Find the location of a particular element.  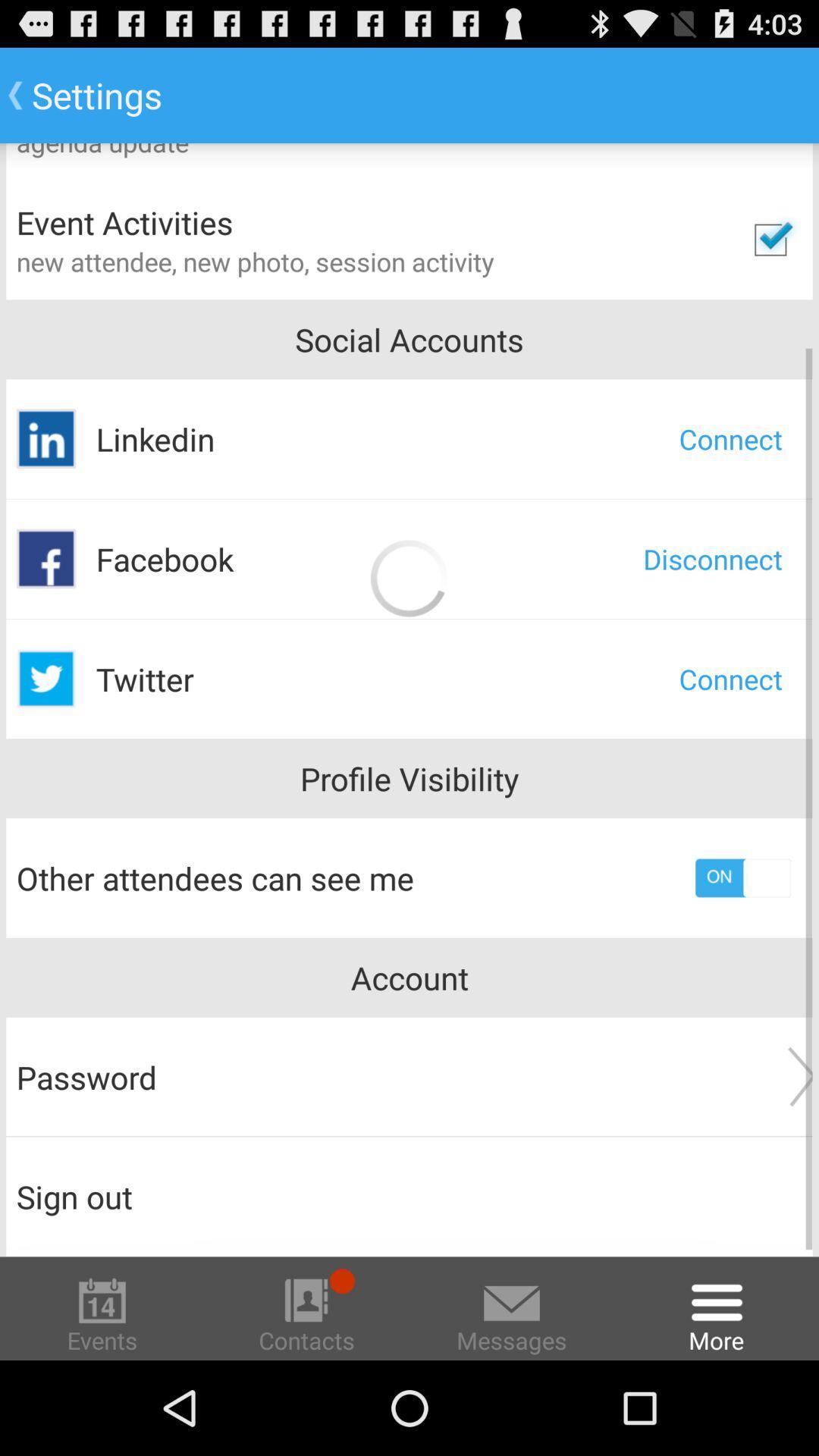

check to see event activities is located at coordinates (770, 239).